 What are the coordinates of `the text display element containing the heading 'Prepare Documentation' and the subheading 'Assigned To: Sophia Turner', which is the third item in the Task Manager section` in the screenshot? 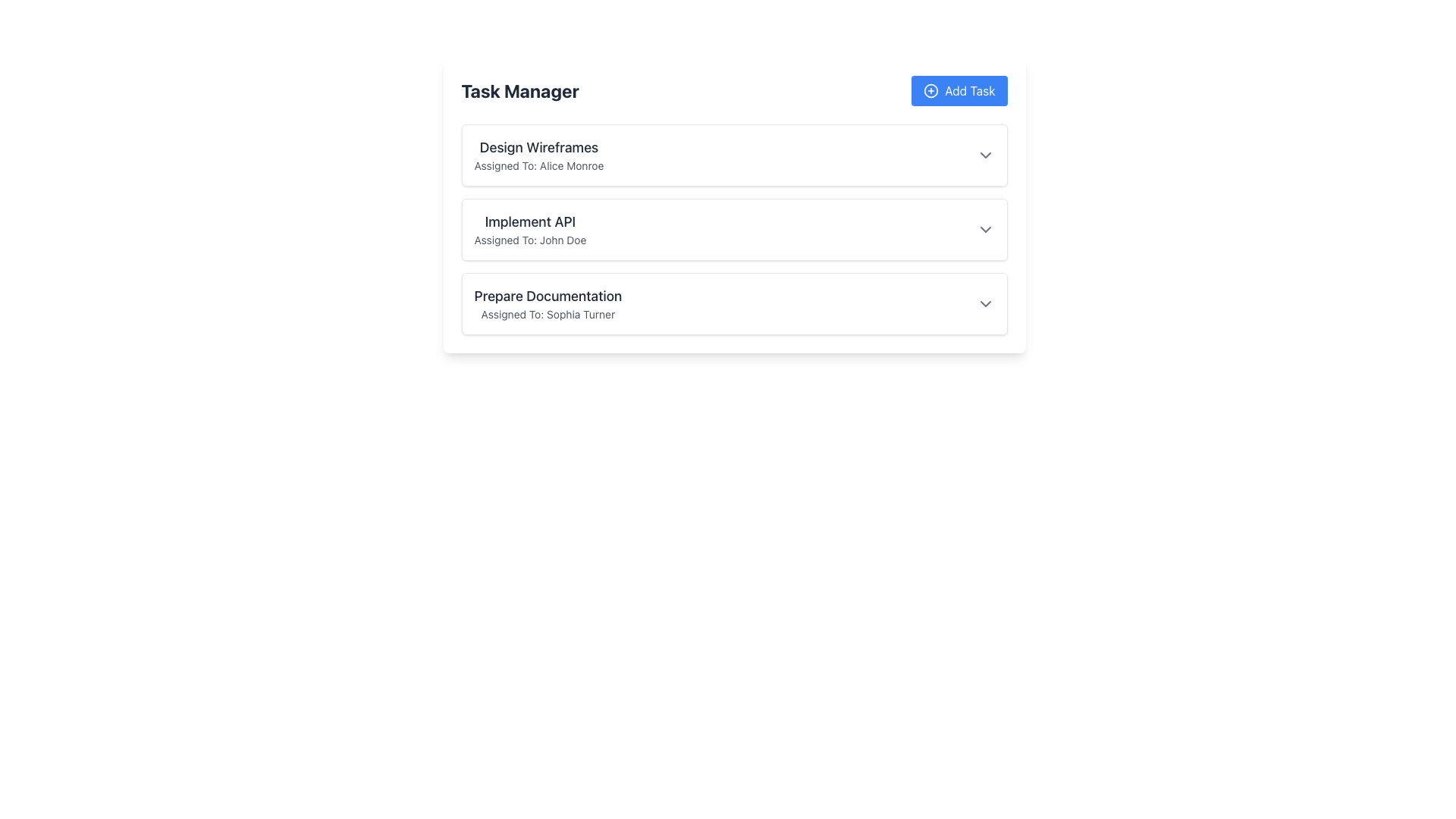 It's located at (547, 304).